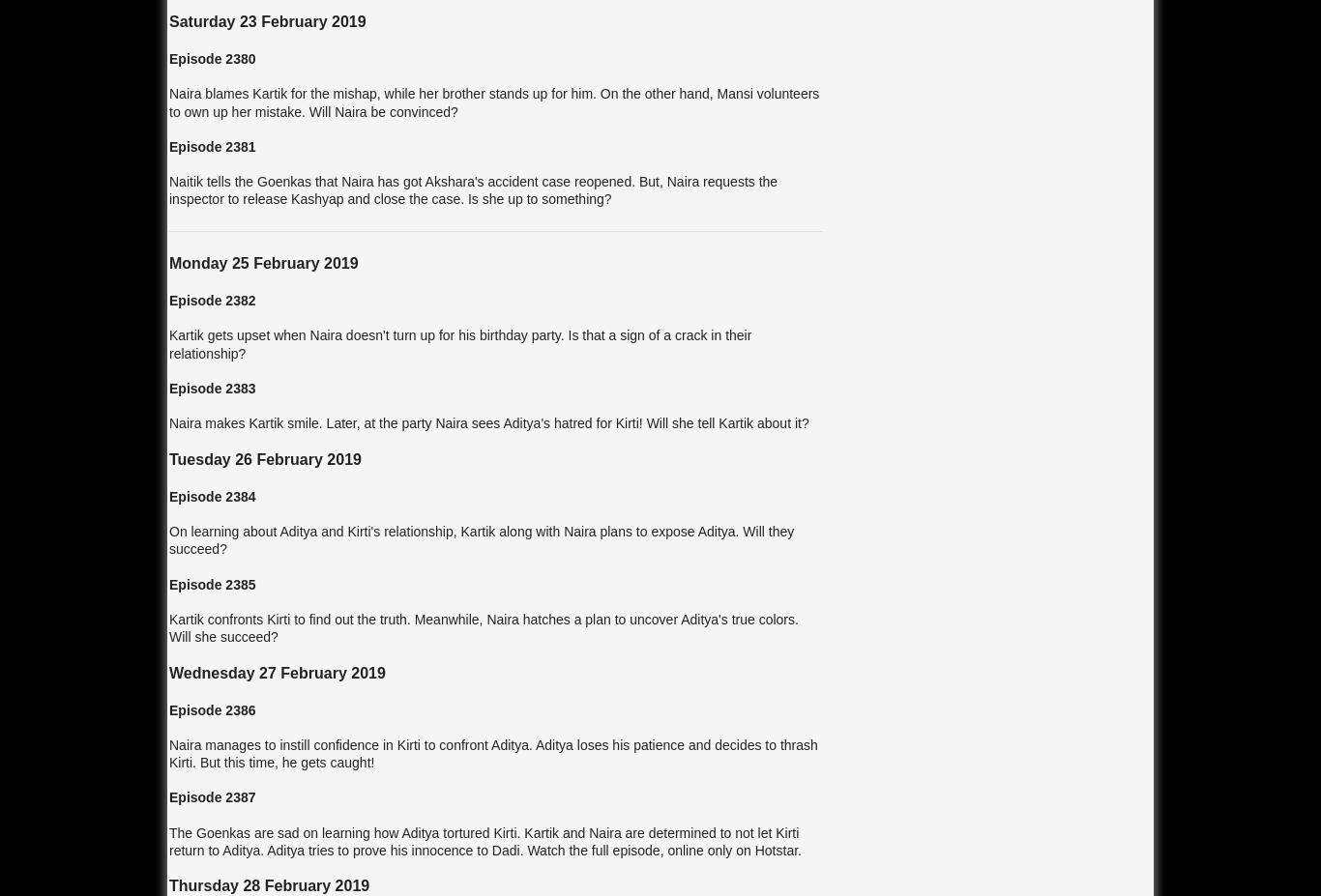 The height and width of the screenshot is (896, 1321). What do you see at coordinates (211, 496) in the screenshot?
I see `'Episode 2384'` at bounding box center [211, 496].